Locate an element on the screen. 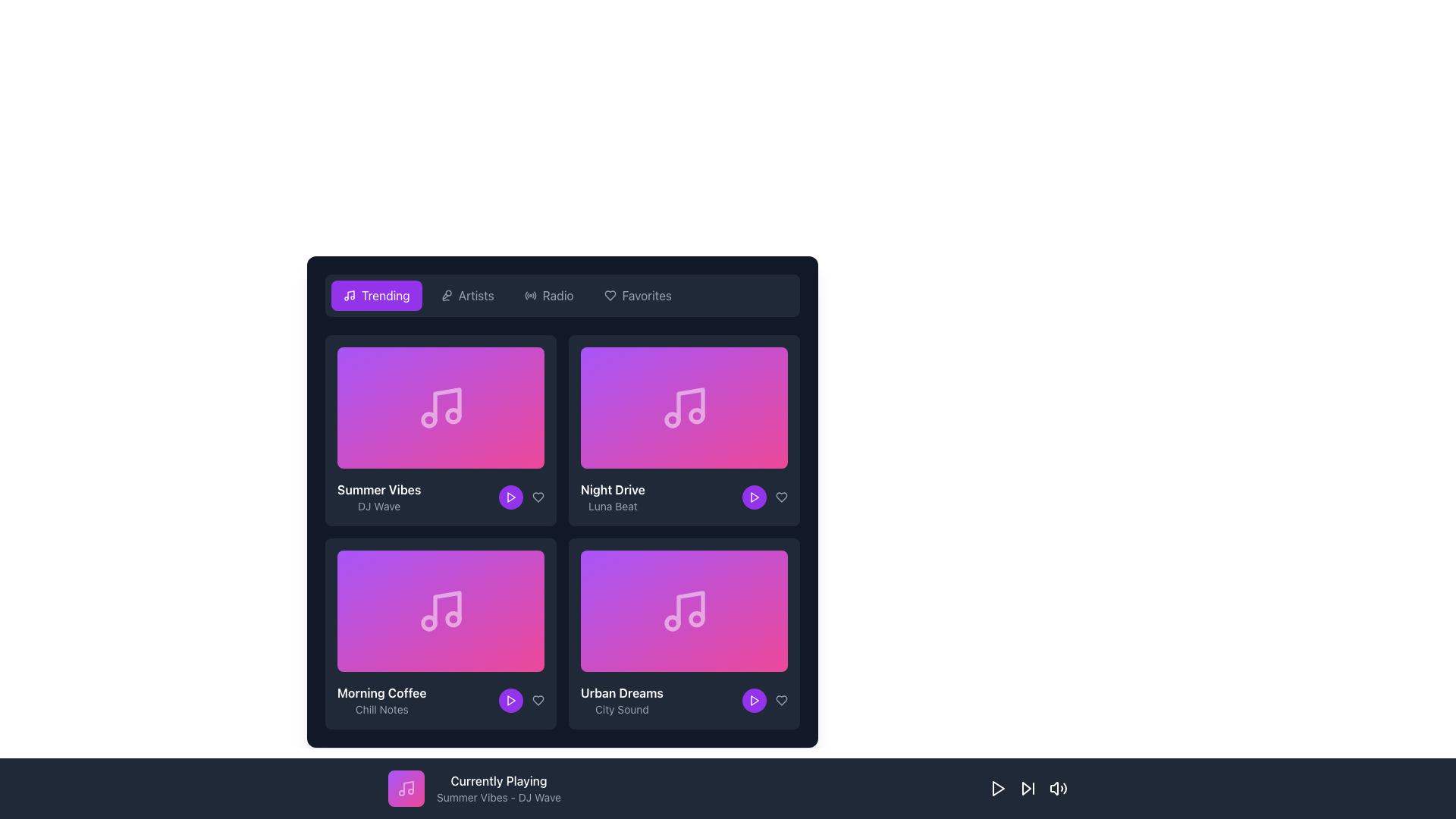 This screenshot has height=819, width=1456. the heart-shaped icon located at the bottom-right corner of the 'Urban Dreams' card to mark the item as liked is located at coordinates (782, 701).